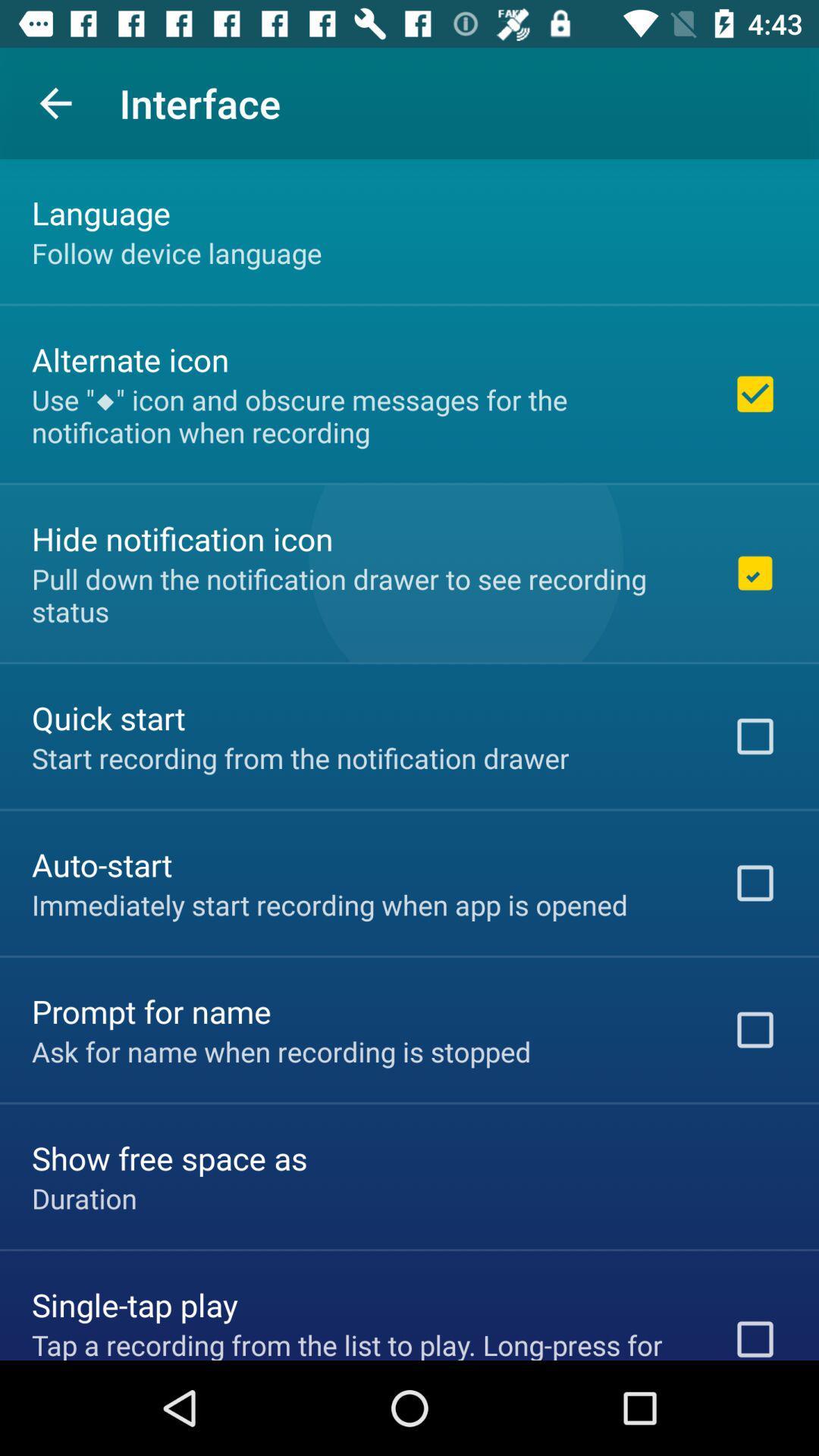 Image resolution: width=819 pixels, height=1456 pixels. What do you see at coordinates (102, 864) in the screenshot?
I see `item below the start recording from` at bounding box center [102, 864].